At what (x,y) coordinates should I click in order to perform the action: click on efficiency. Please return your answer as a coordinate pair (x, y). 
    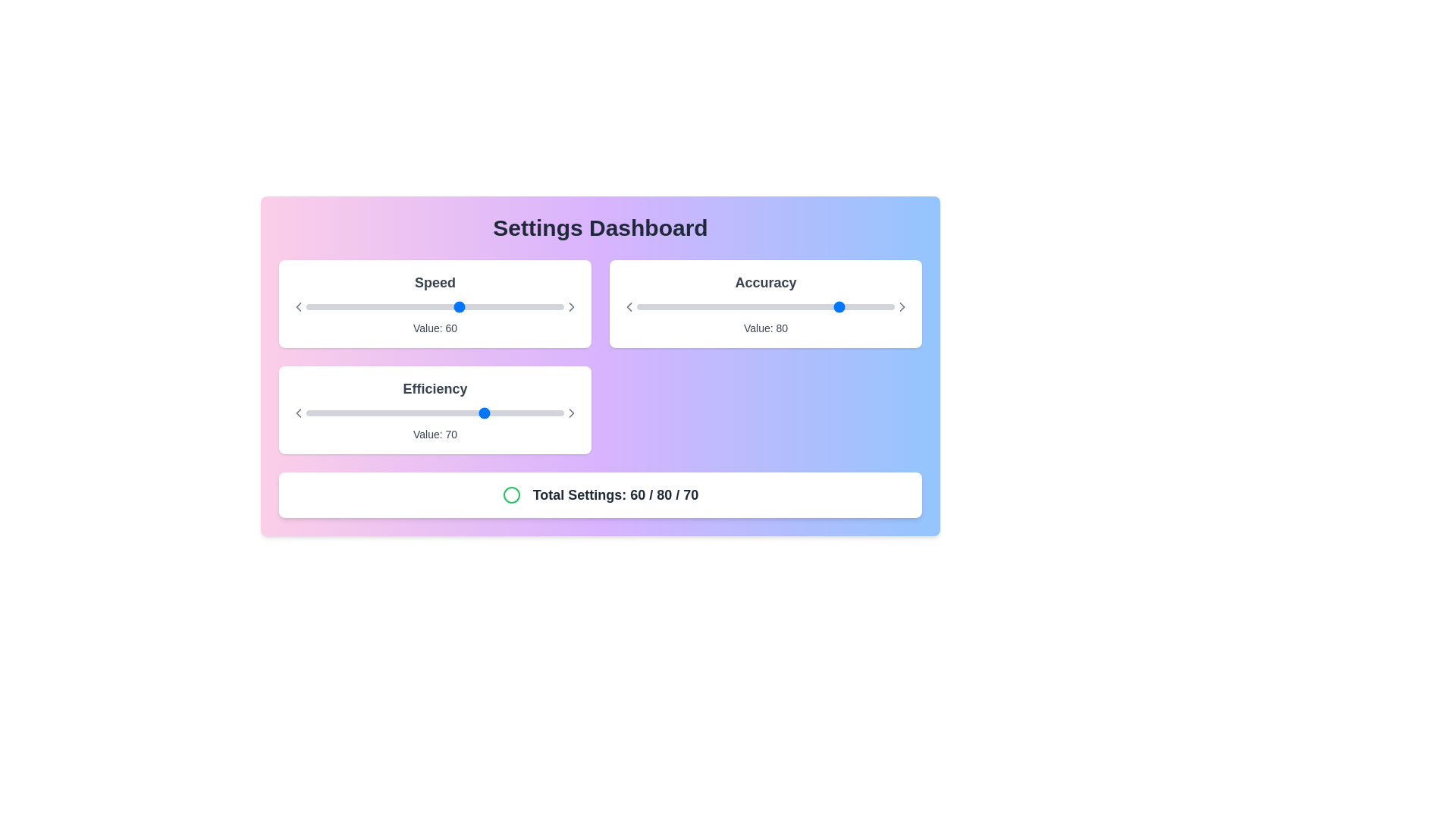
    Looking at the image, I should click on (481, 413).